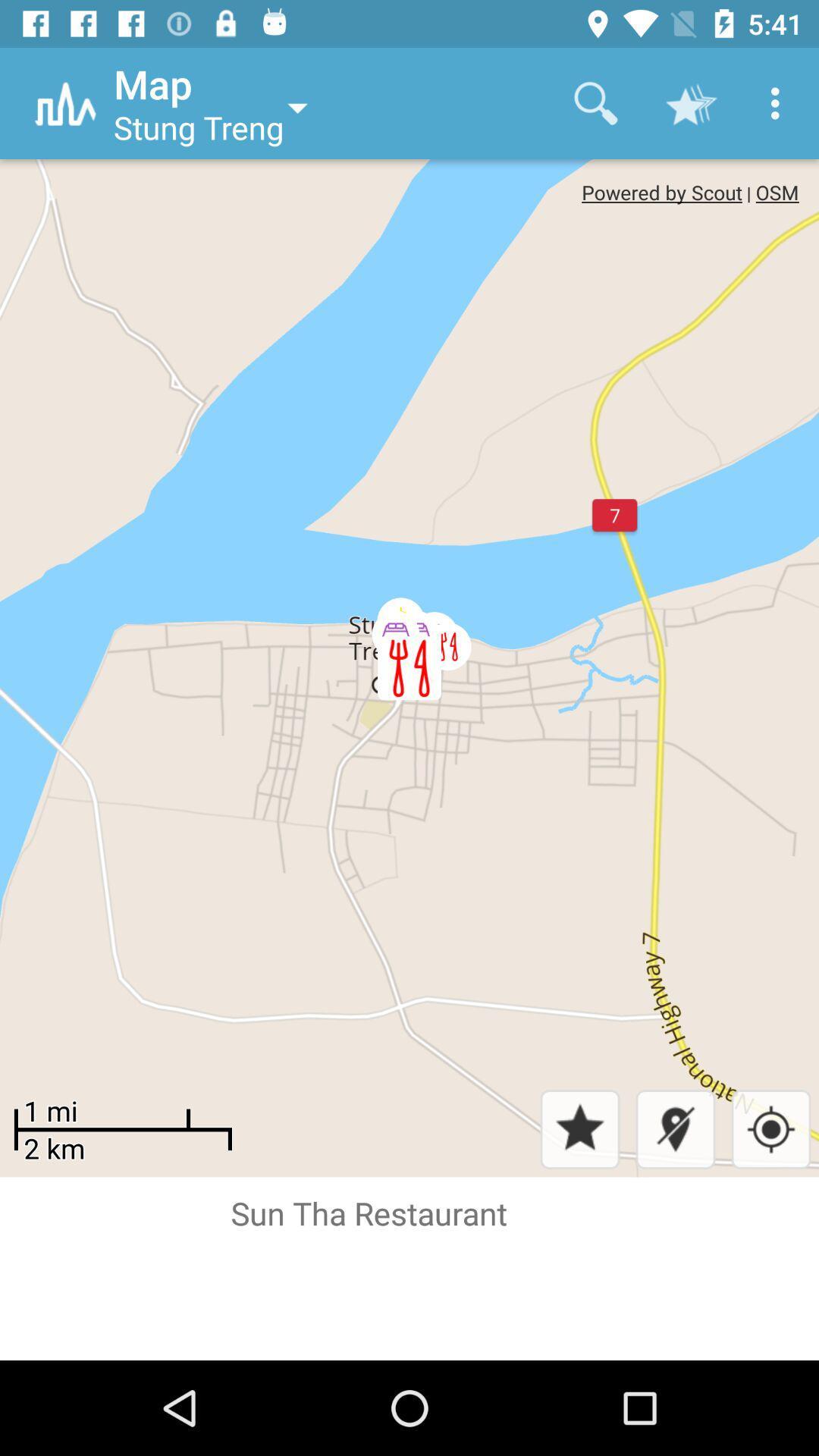 This screenshot has width=819, height=1456. What do you see at coordinates (675, 1129) in the screenshot?
I see `the location icon` at bounding box center [675, 1129].